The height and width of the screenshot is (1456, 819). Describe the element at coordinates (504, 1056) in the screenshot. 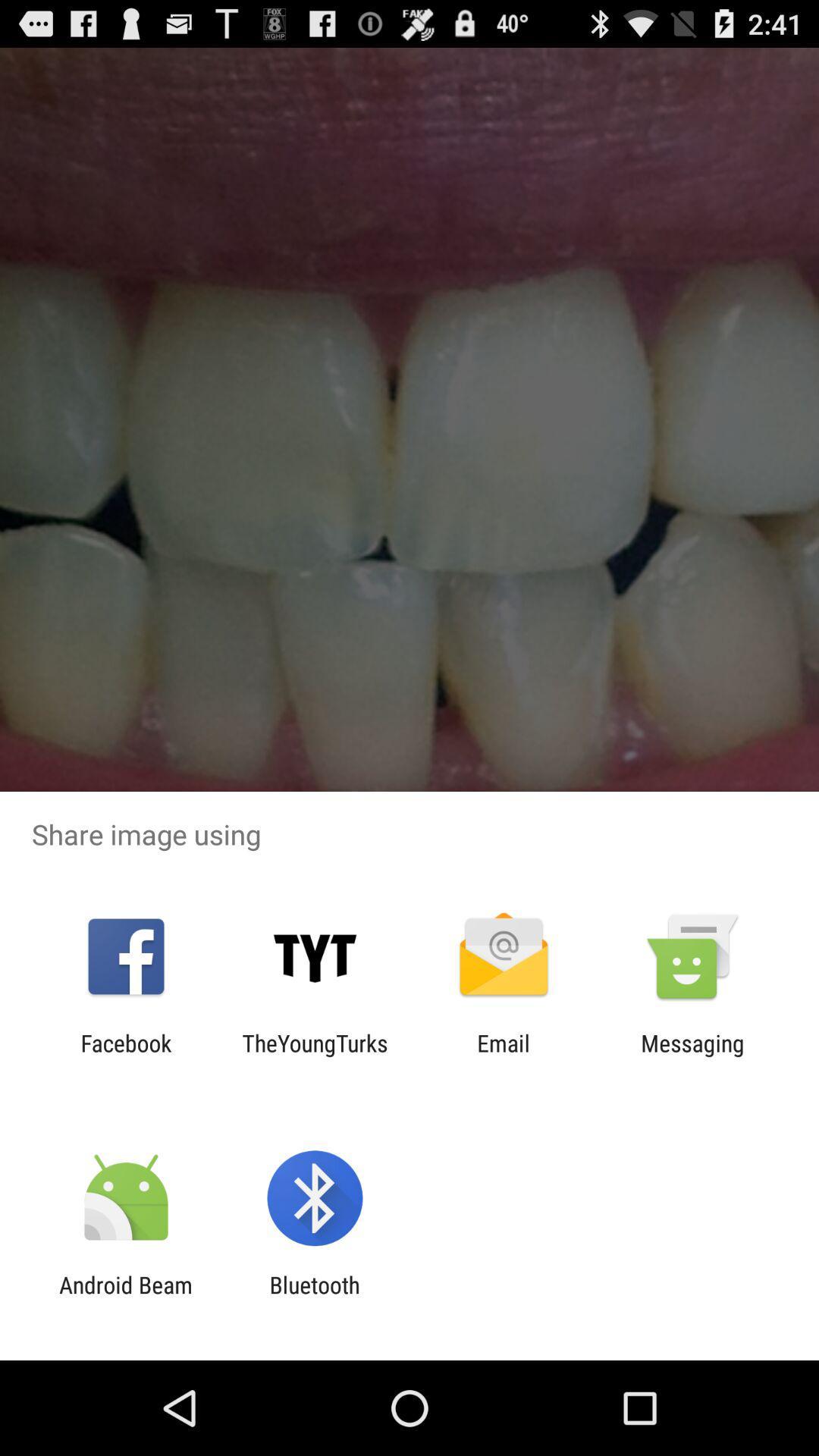

I see `app to the right of theyoungturks app` at that location.